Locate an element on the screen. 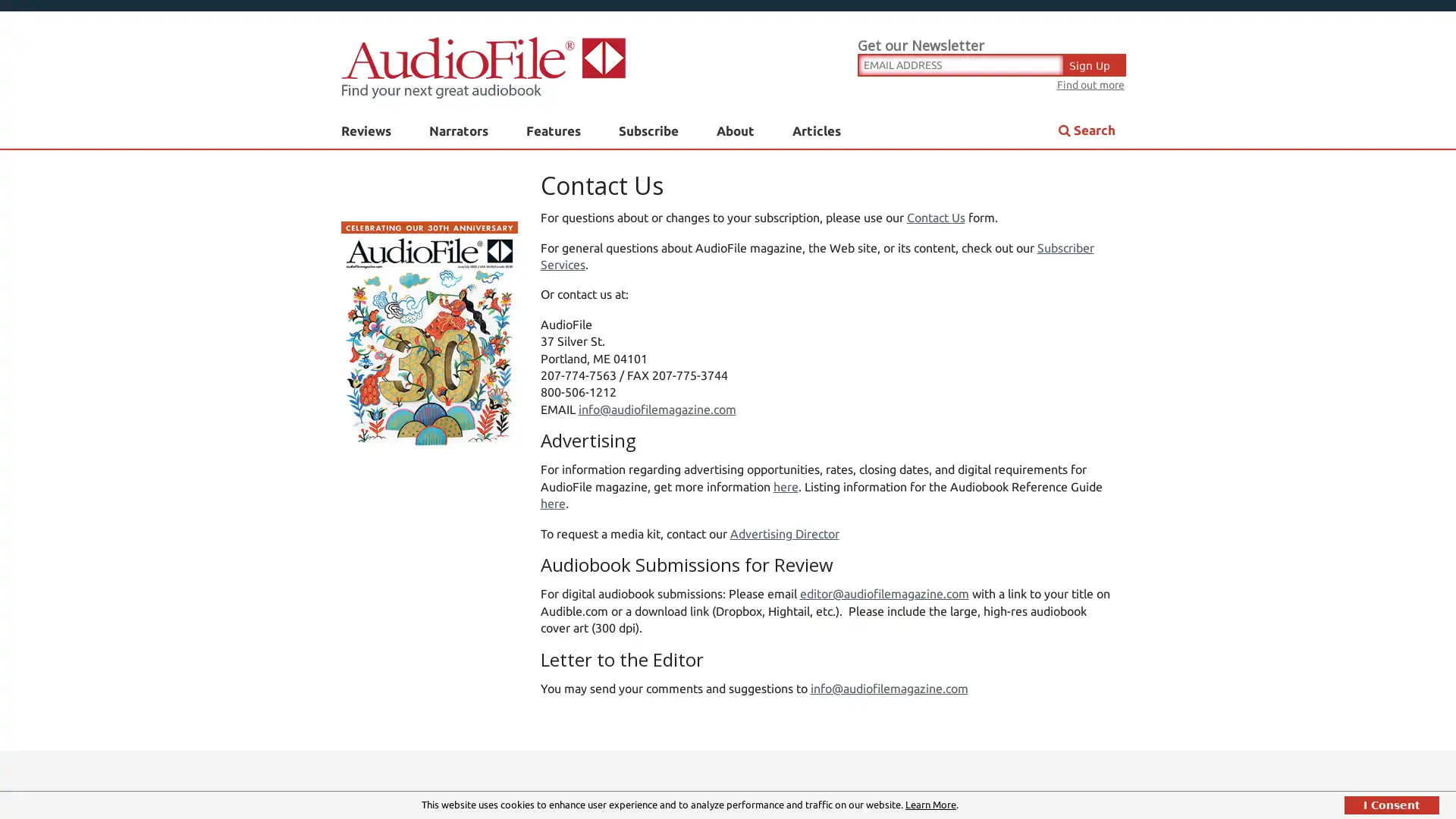 The image size is (1456, 819). I Consent is located at coordinates (1392, 804).